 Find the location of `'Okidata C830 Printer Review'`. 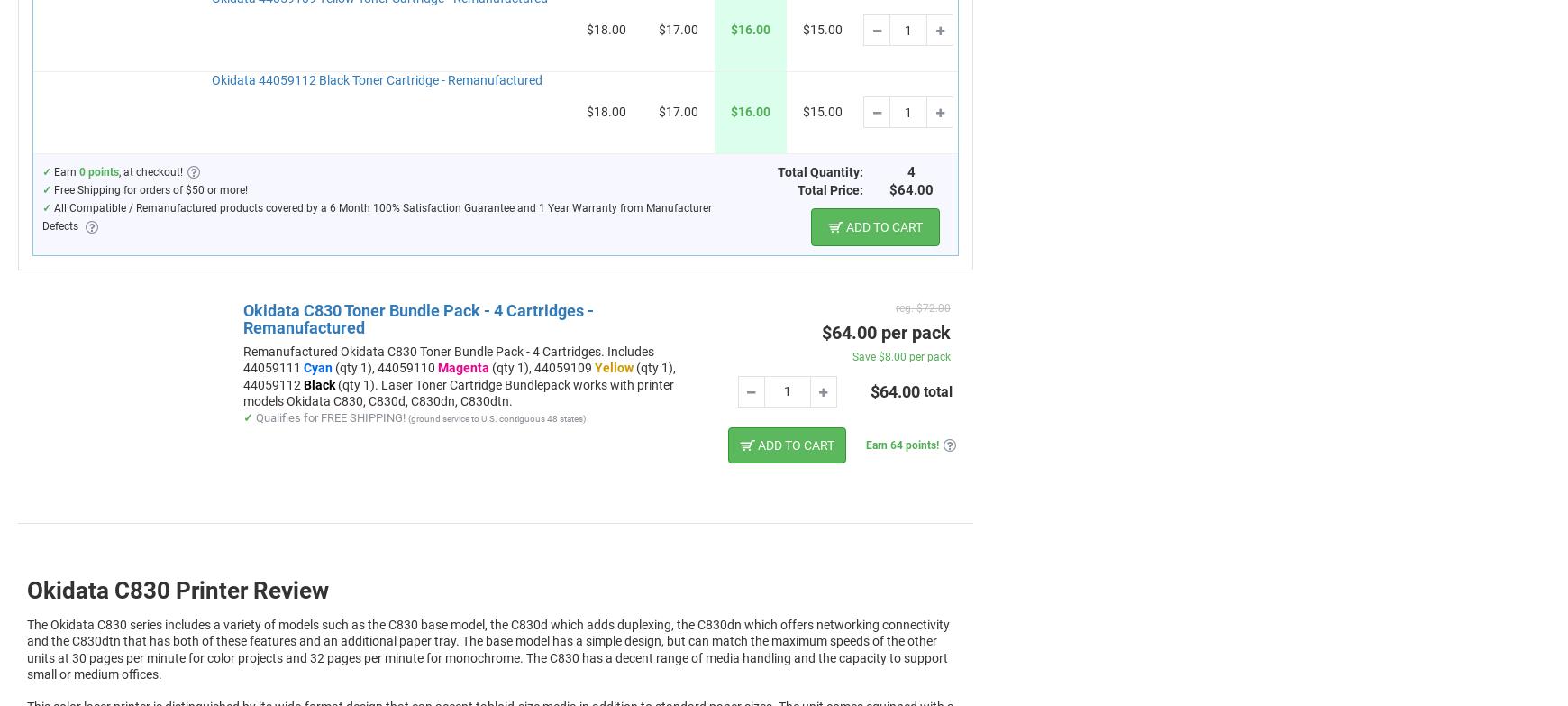

'Okidata C830 Printer Review' is located at coordinates (177, 588).